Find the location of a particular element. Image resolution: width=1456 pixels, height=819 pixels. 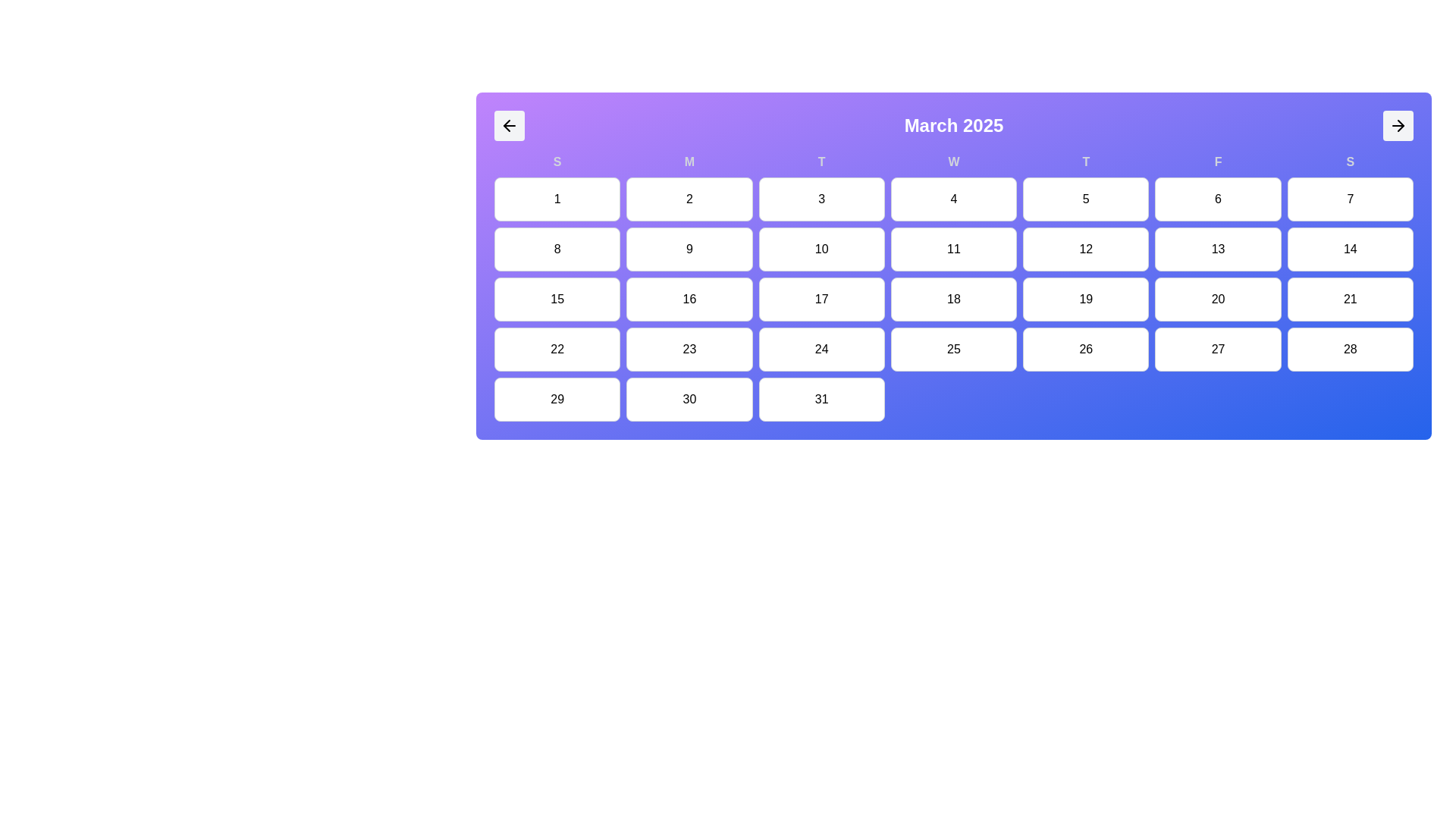

the right-pointing arrow icon button located in the upper-right corner of the main interface is located at coordinates (1397, 124).